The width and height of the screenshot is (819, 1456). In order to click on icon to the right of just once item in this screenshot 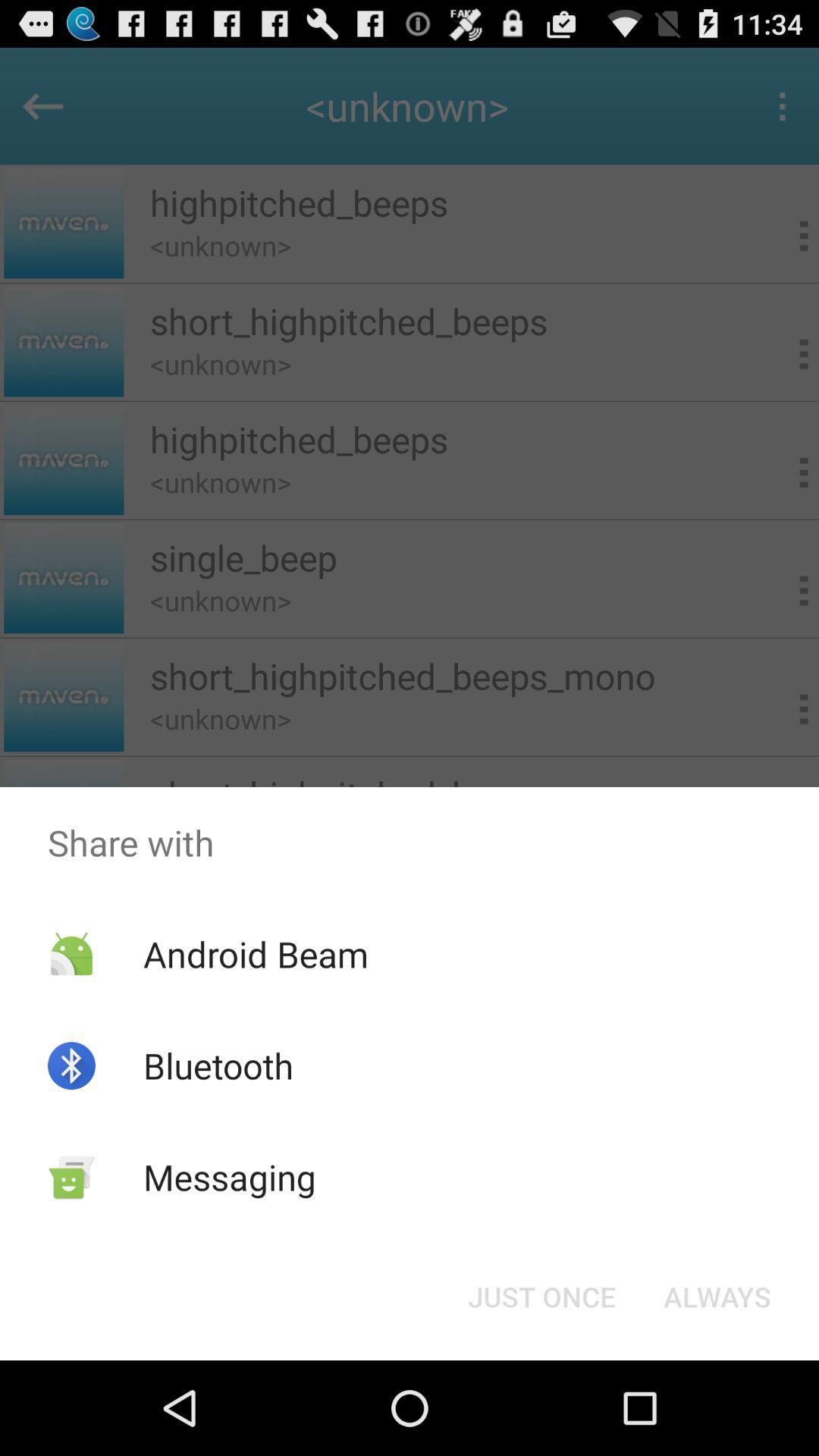, I will do `click(717, 1295)`.